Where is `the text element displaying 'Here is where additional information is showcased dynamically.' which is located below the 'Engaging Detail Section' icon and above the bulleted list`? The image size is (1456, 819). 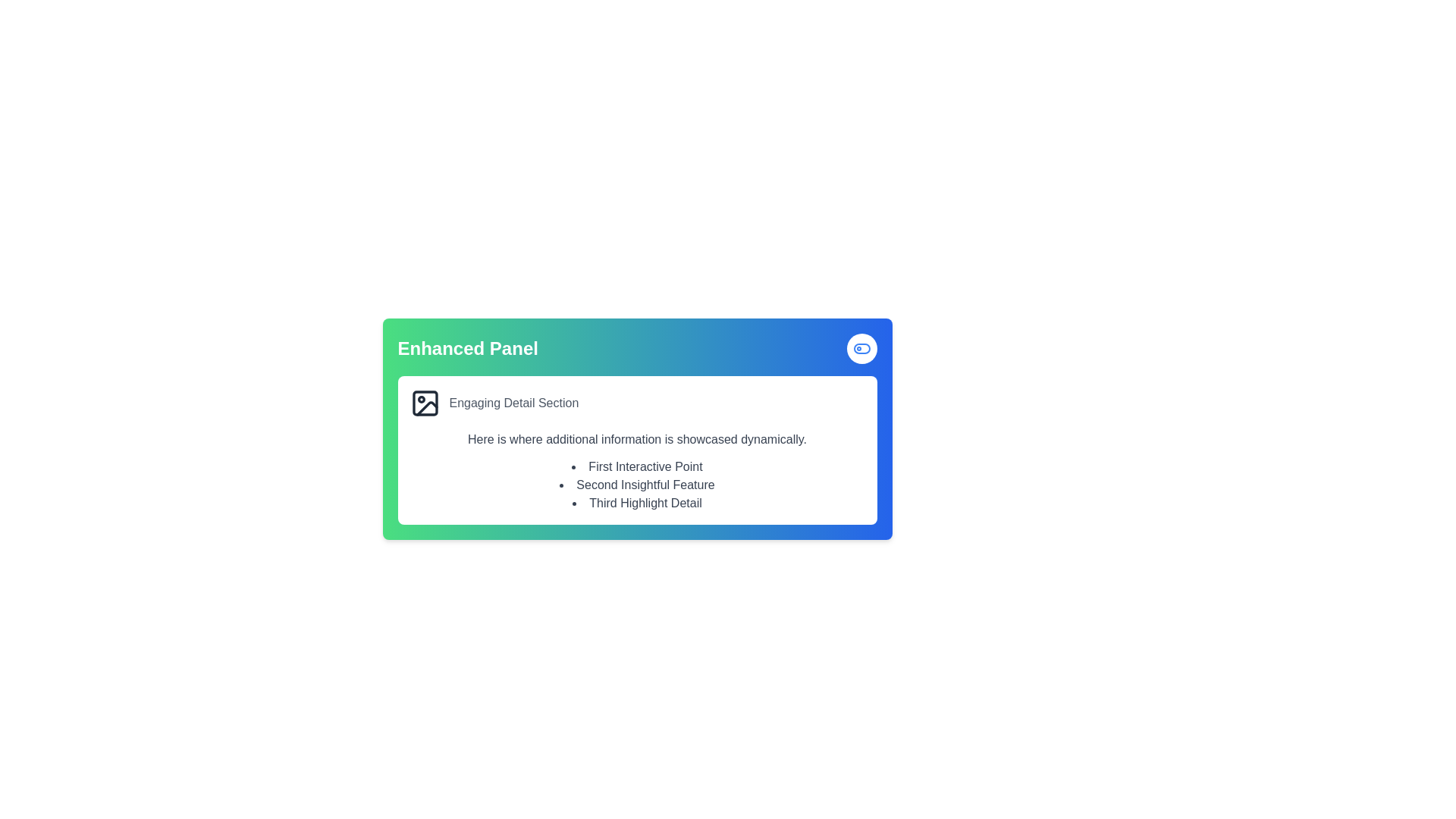
the text element displaying 'Here is where additional information is showcased dynamically.' which is located below the 'Engaging Detail Section' icon and above the bulleted list is located at coordinates (637, 439).